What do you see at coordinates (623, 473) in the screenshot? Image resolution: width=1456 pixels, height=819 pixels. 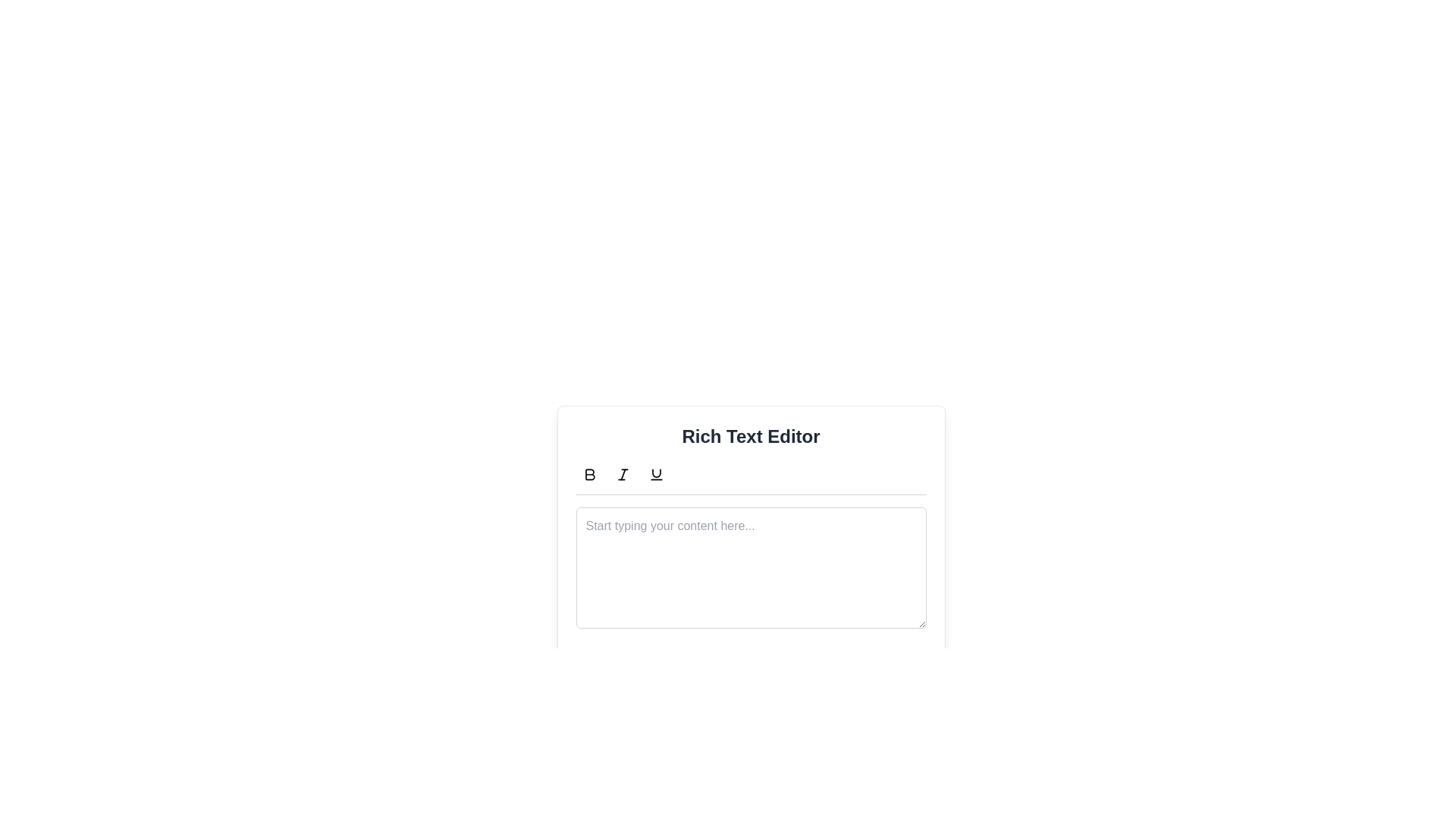 I see `the 'Italic' formatting icon located at the center between the lines forming the italic symbol` at bounding box center [623, 473].